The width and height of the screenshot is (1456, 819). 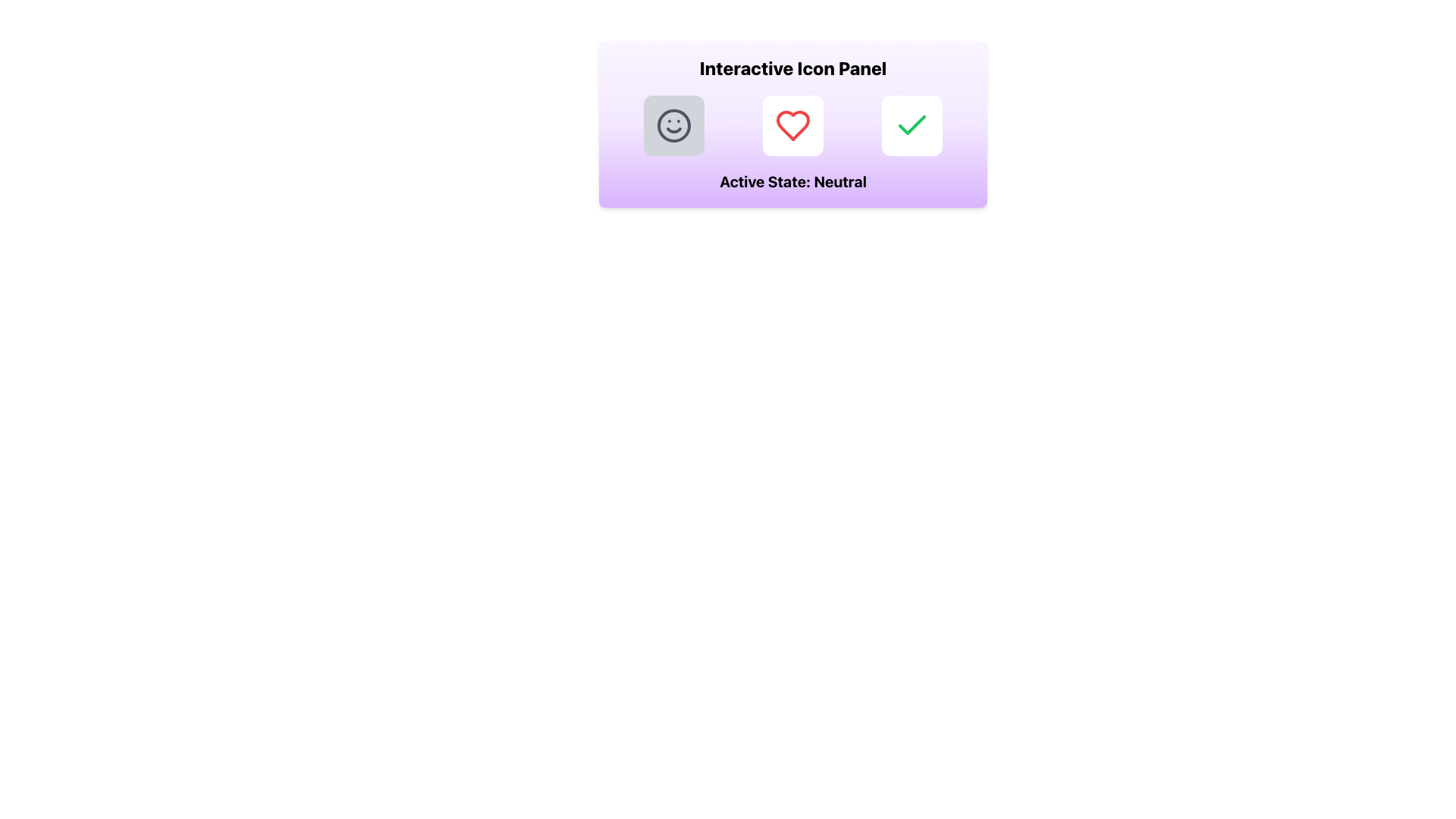 I want to click on the affirmative action SVG Icon located in the bottom-right corner of the interface, so click(x=912, y=124).